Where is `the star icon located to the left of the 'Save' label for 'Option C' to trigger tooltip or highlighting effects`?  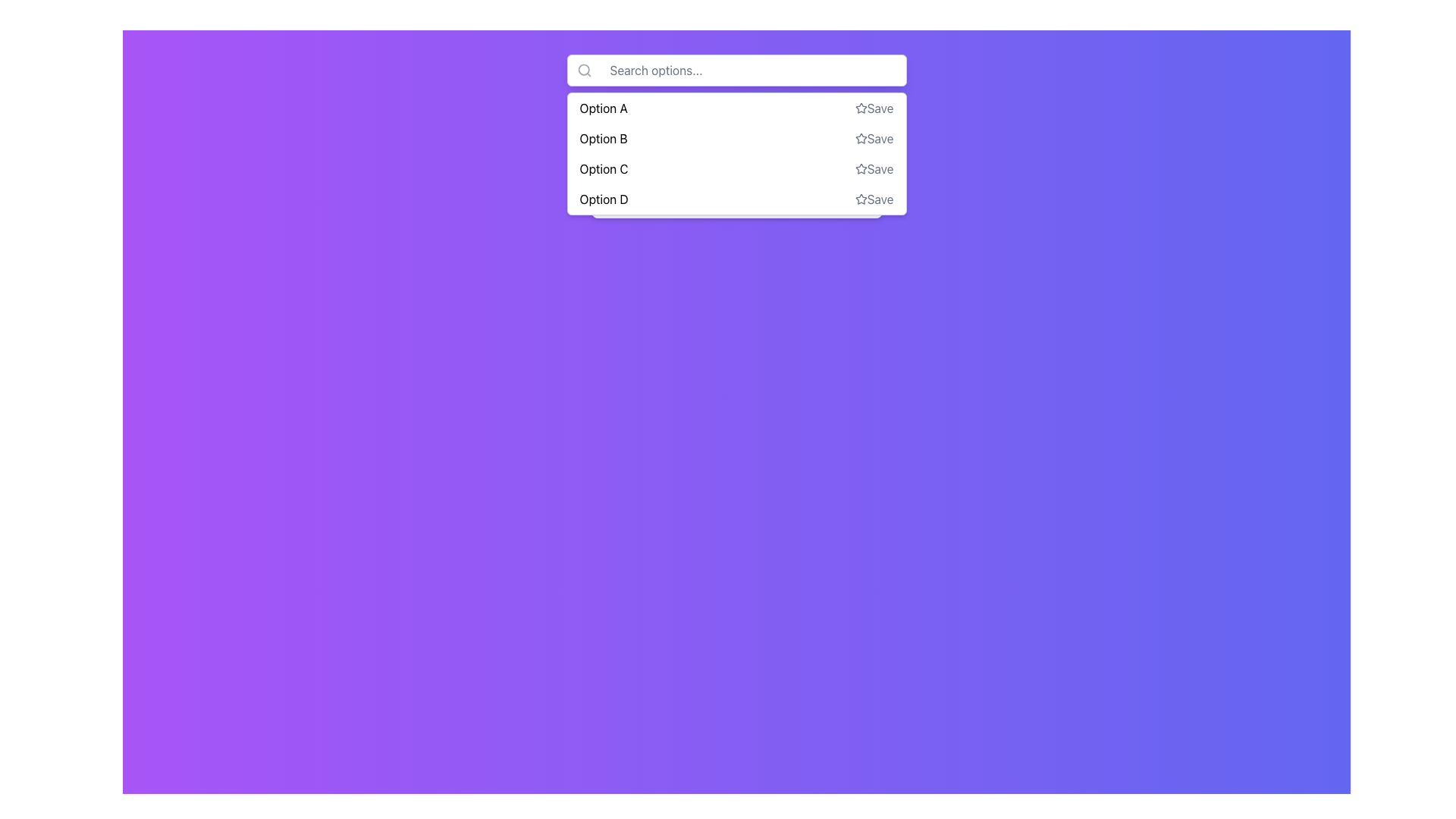
the star icon located to the left of the 'Save' label for 'Option C' to trigger tooltip or highlighting effects is located at coordinates (861, 169).